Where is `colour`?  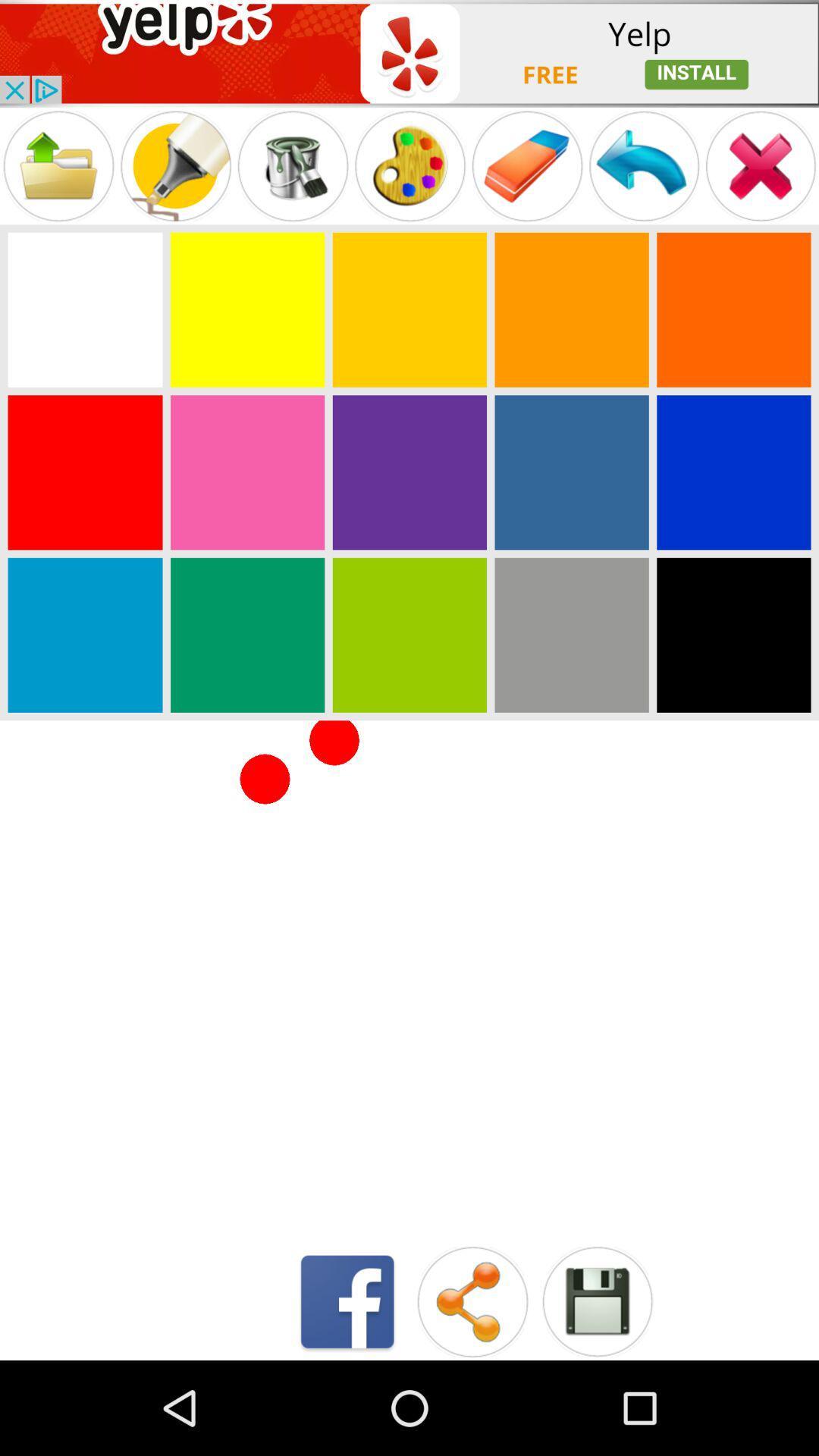
colour is located at coordinates (409, 309).